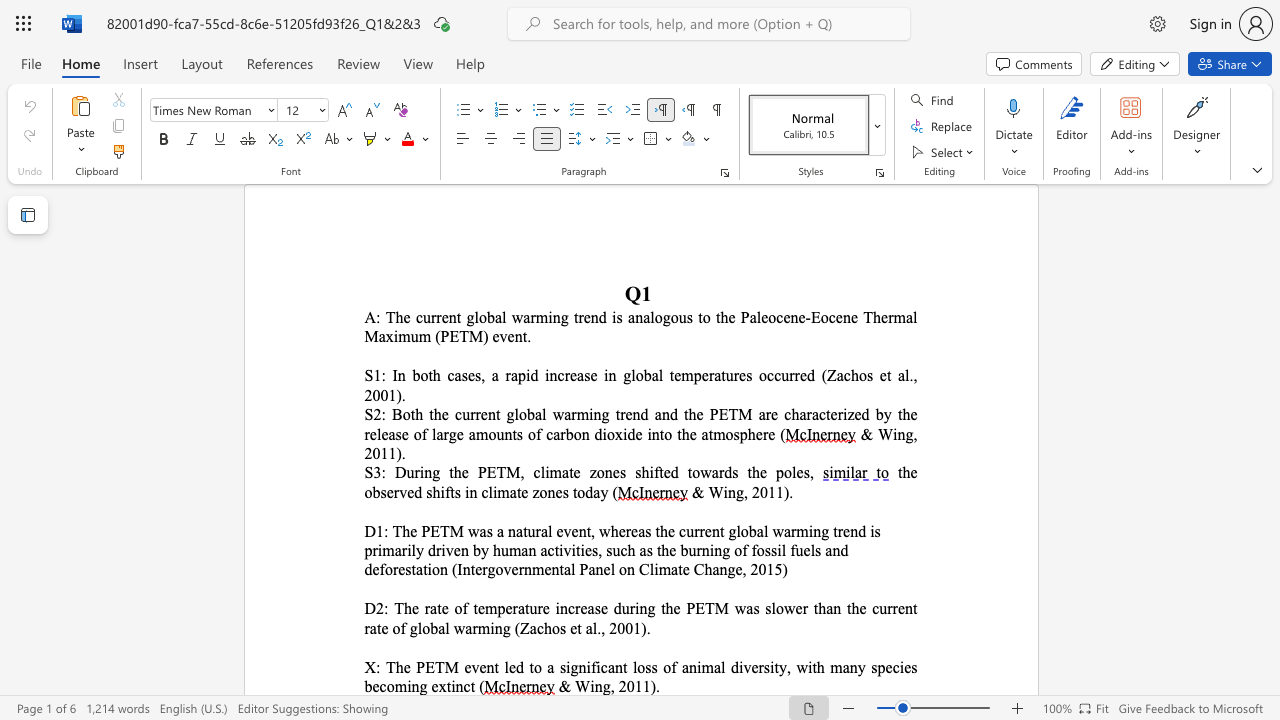 The width and height of the screenshot is (1280, 720). What do you see at coordinates (637, 685) in the screenshot?
I see `the 1th character "1" in the text` at bounding box center [637, 685].